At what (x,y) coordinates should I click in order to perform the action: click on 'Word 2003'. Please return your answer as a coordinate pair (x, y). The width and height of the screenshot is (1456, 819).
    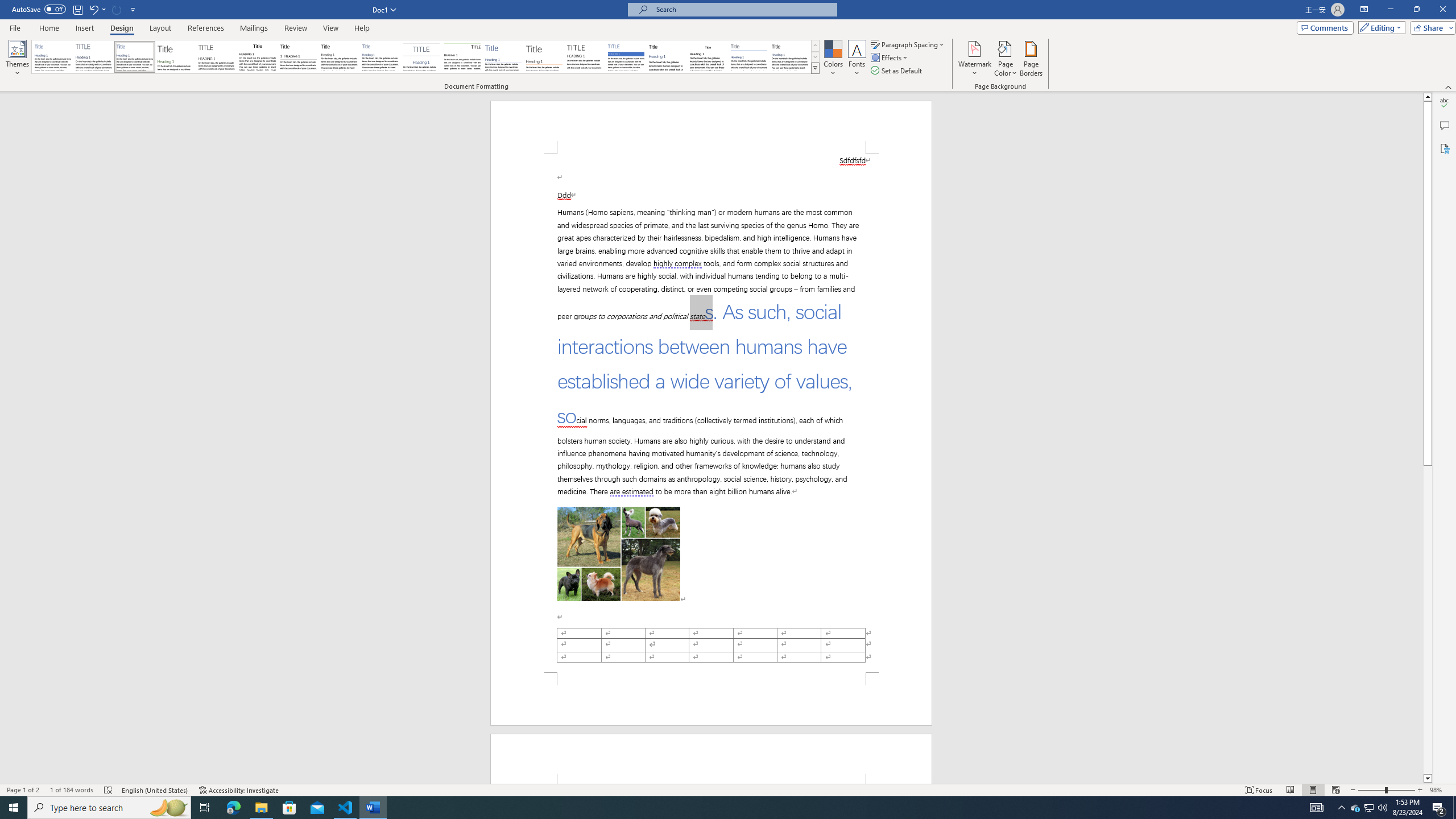
    Looking at the image, I should click on (707, 56).